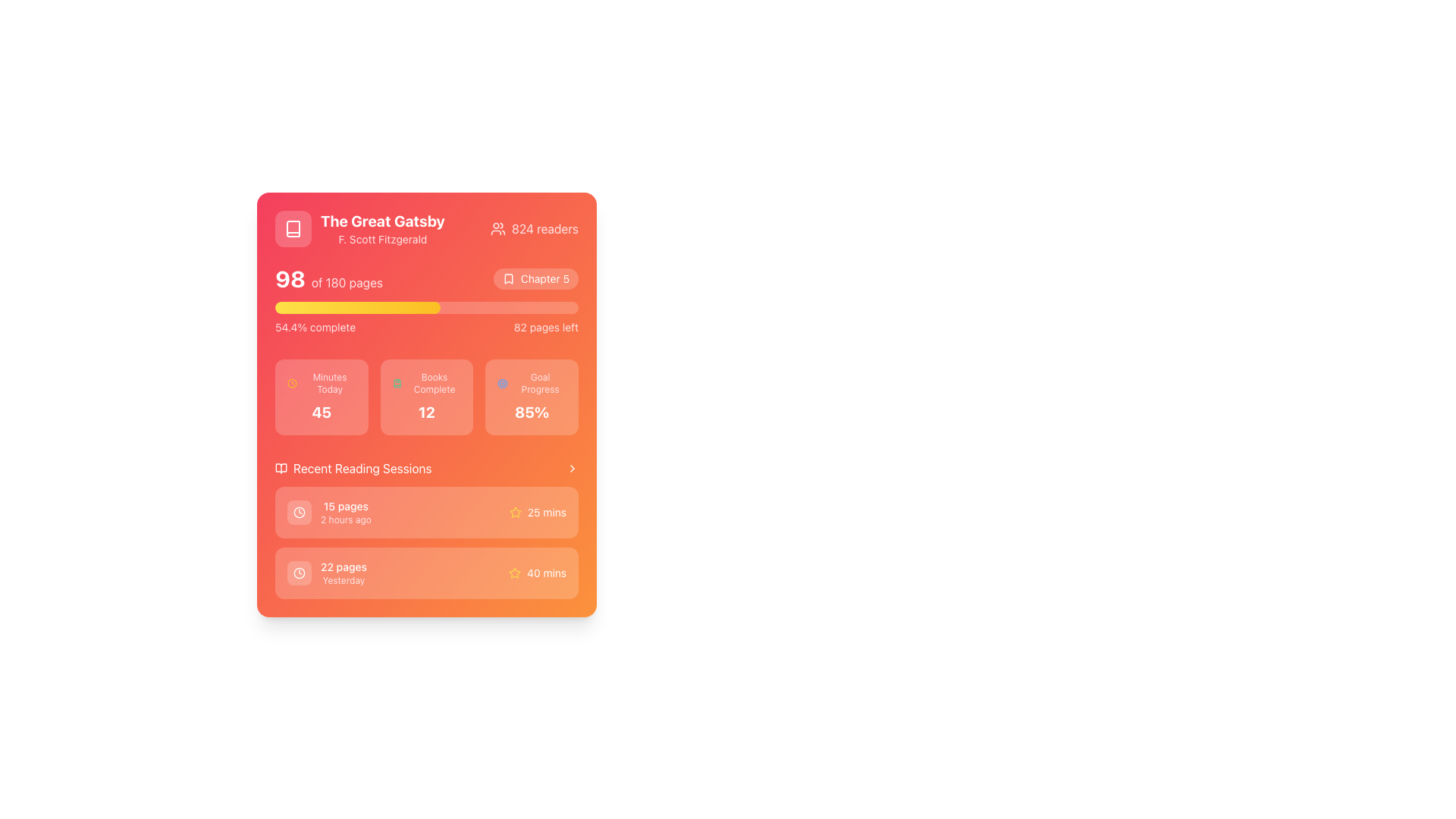 The width and height of the screenshot is (1456, 819). I want to click on the Text label that serves as a heading for recent reading sessions, located centrally below the statistics modules and above the list of recent reading sessions, so click(362, 467).